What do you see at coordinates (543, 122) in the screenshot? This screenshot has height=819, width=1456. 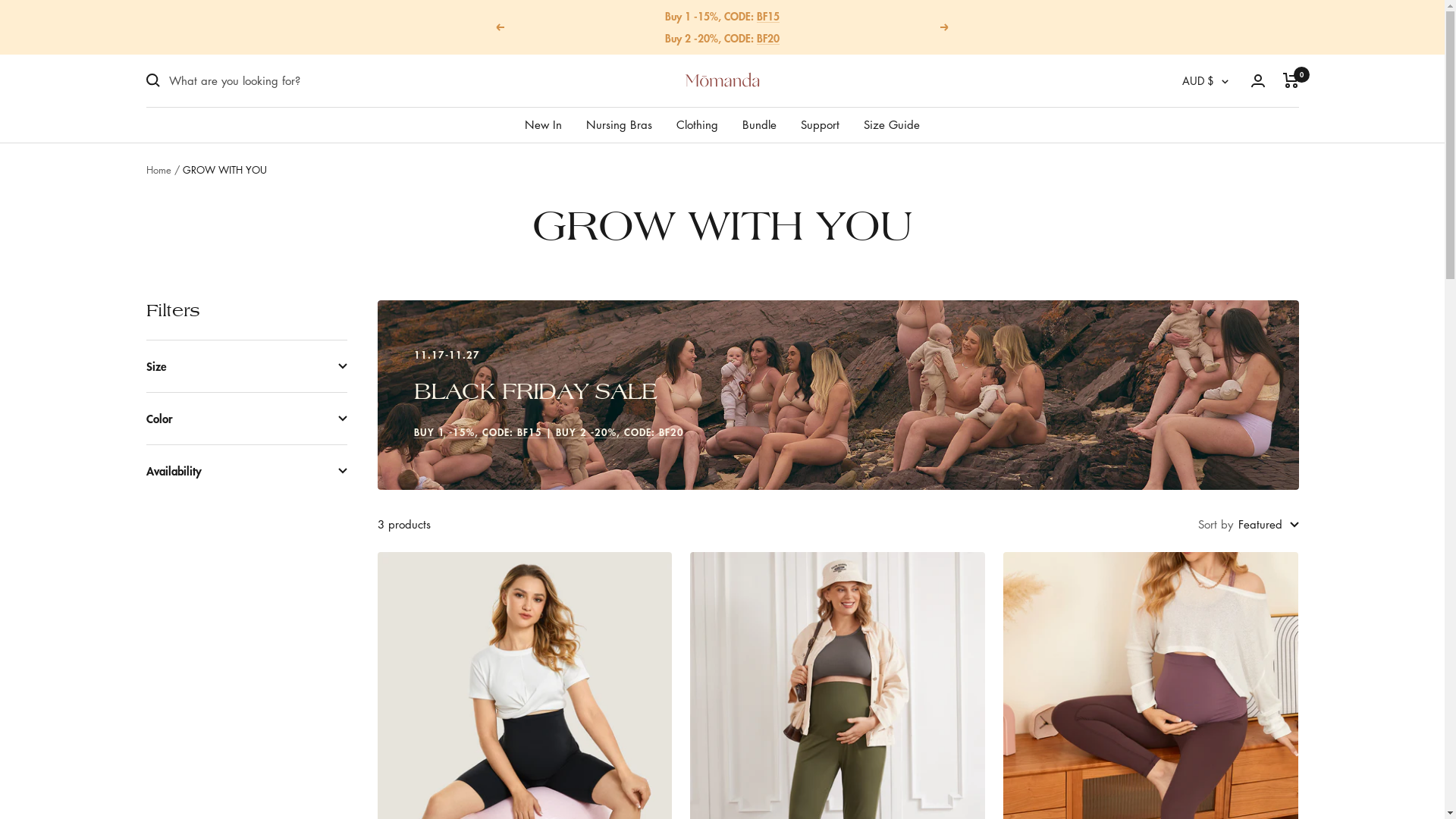 I see `'New In'` at bounding box center [543, 122].